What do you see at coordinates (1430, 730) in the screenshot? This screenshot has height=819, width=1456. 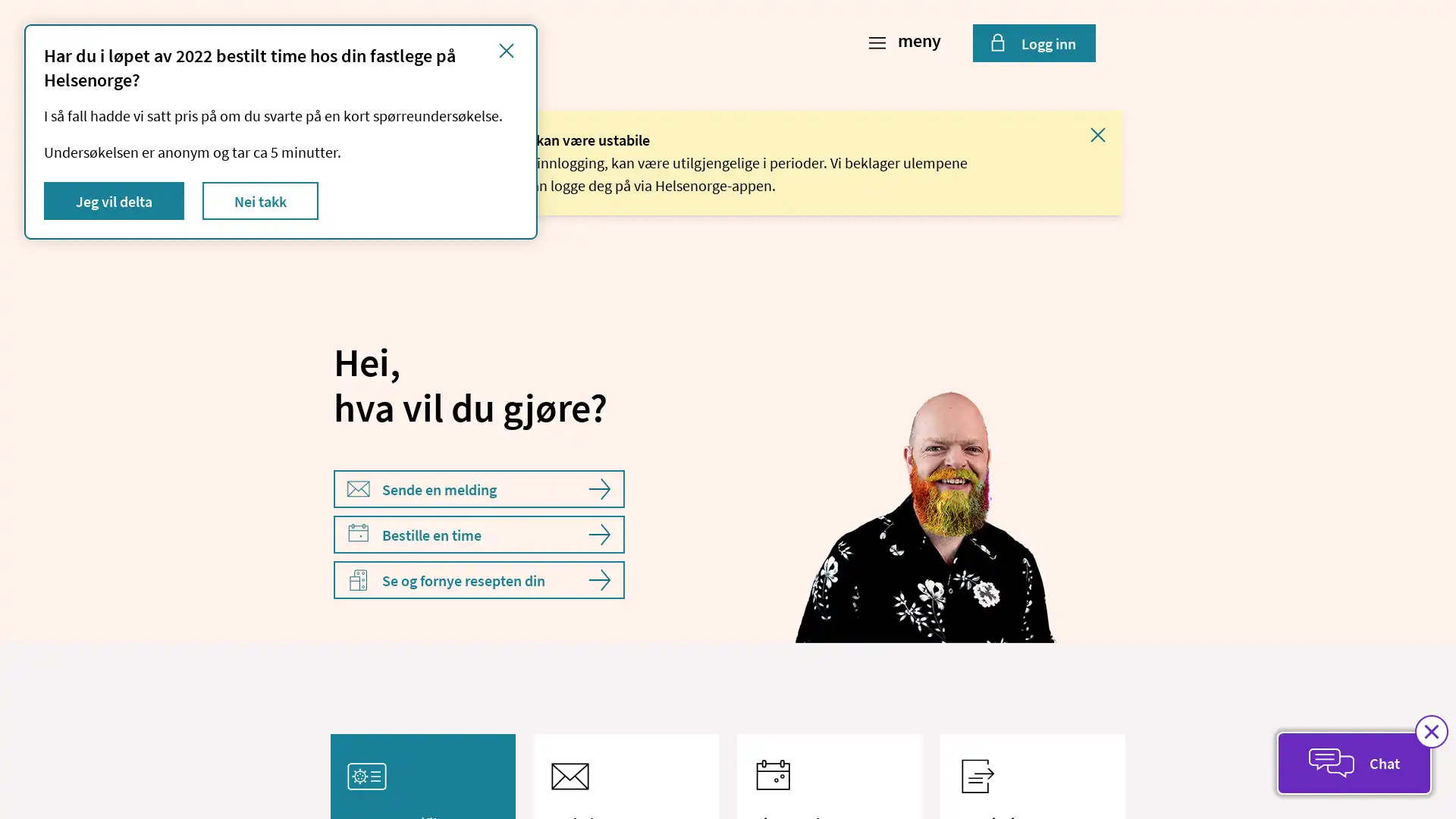 I see `Fjern chat` at bounding box center [1430, 730].